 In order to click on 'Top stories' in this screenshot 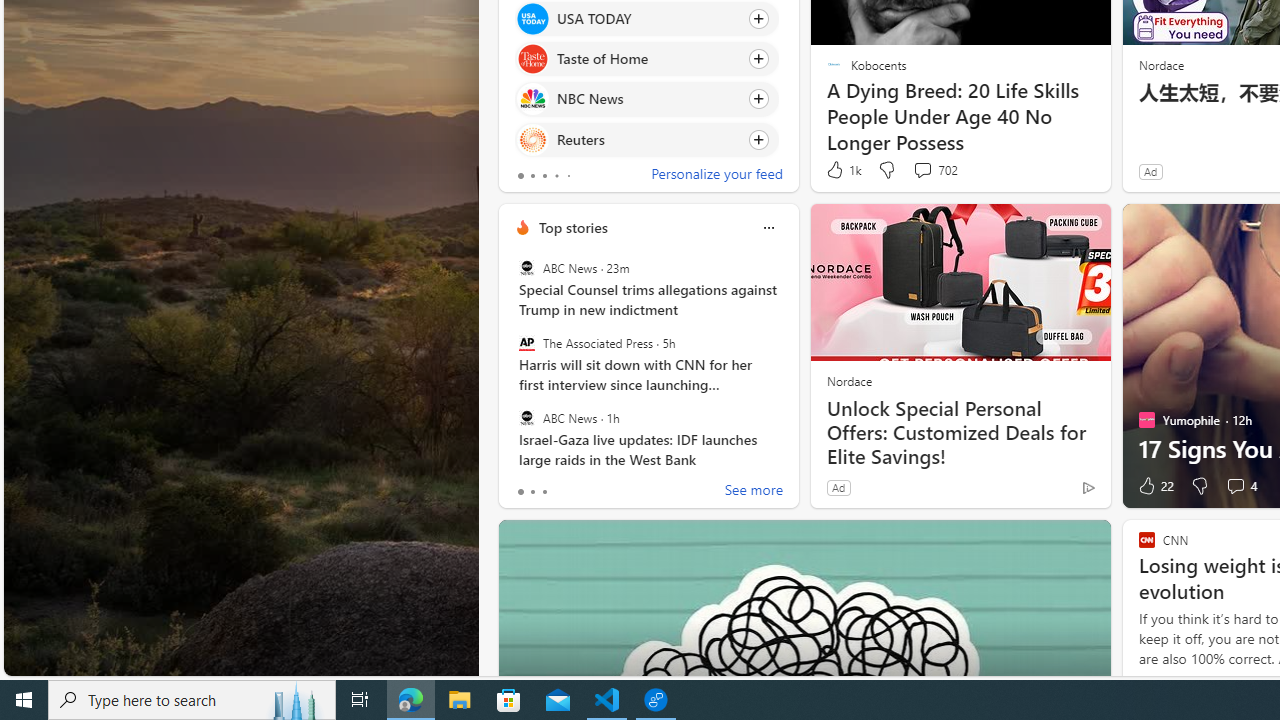, I will do `click(571, 226)`.